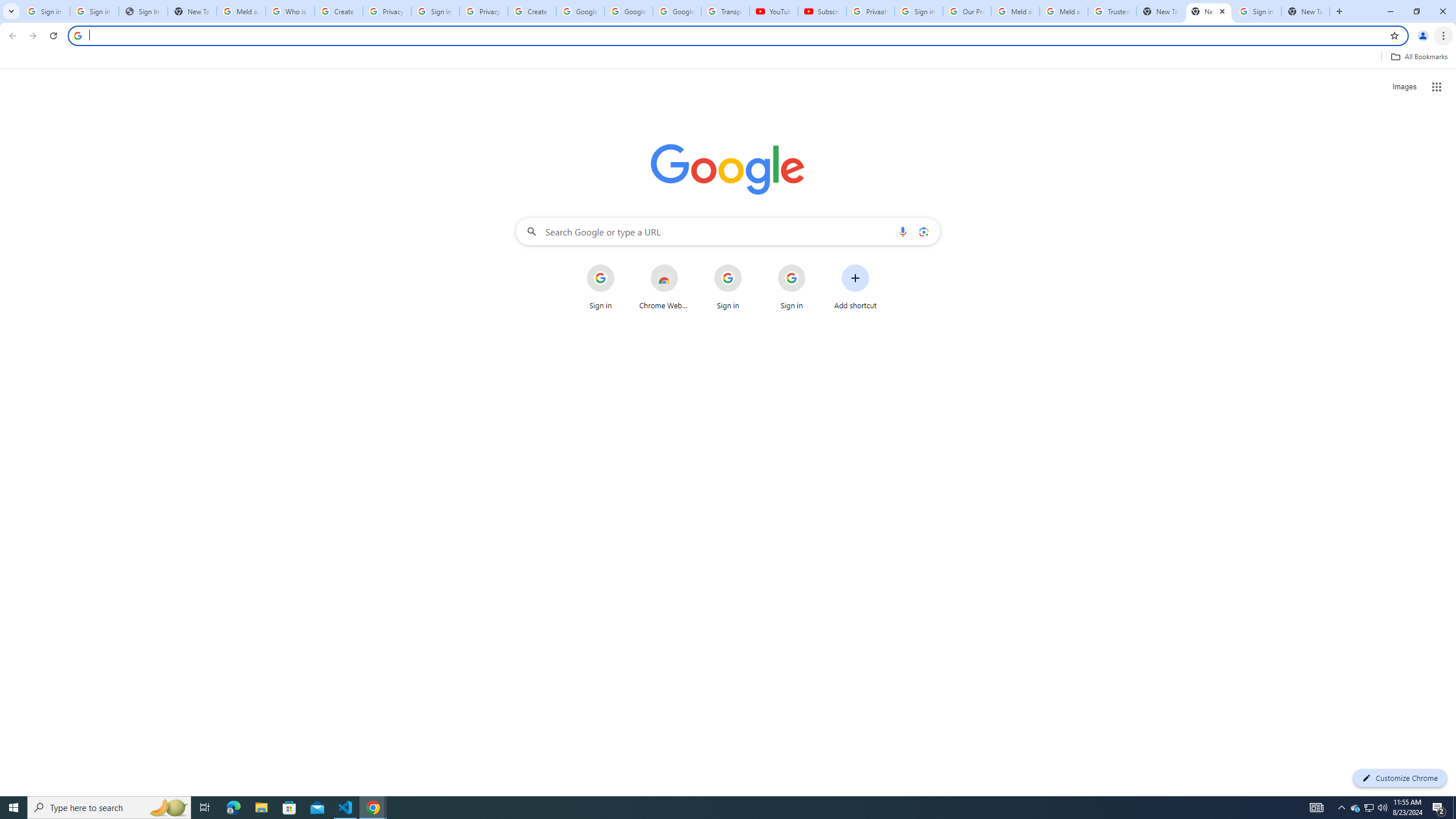  Describe the element at coordinates (11, 11) in the screenshot. I see `'Search tabs'` at that location.